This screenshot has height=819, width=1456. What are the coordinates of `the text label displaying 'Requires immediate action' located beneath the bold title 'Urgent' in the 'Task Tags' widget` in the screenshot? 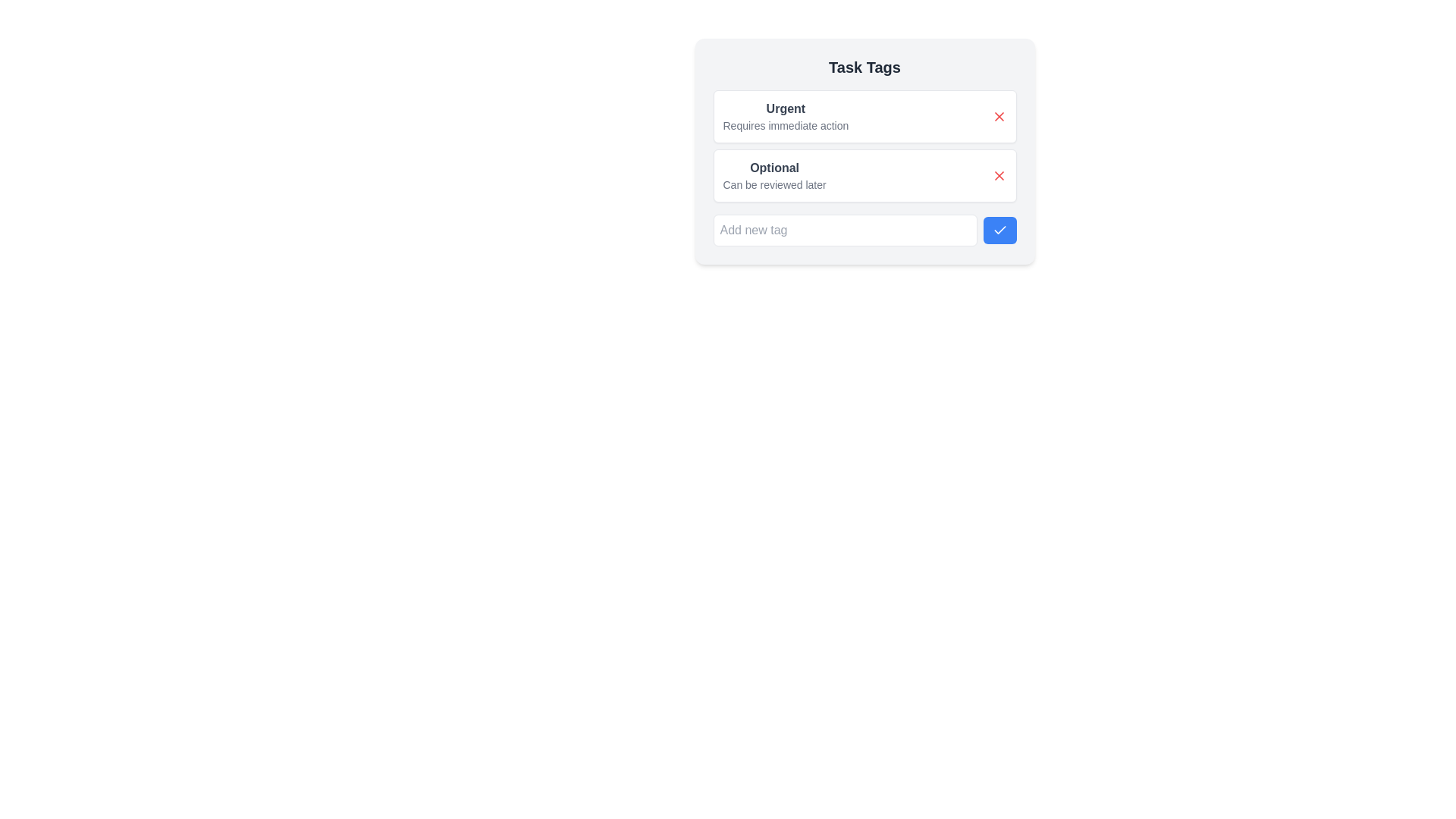 It's located at (786, 124).